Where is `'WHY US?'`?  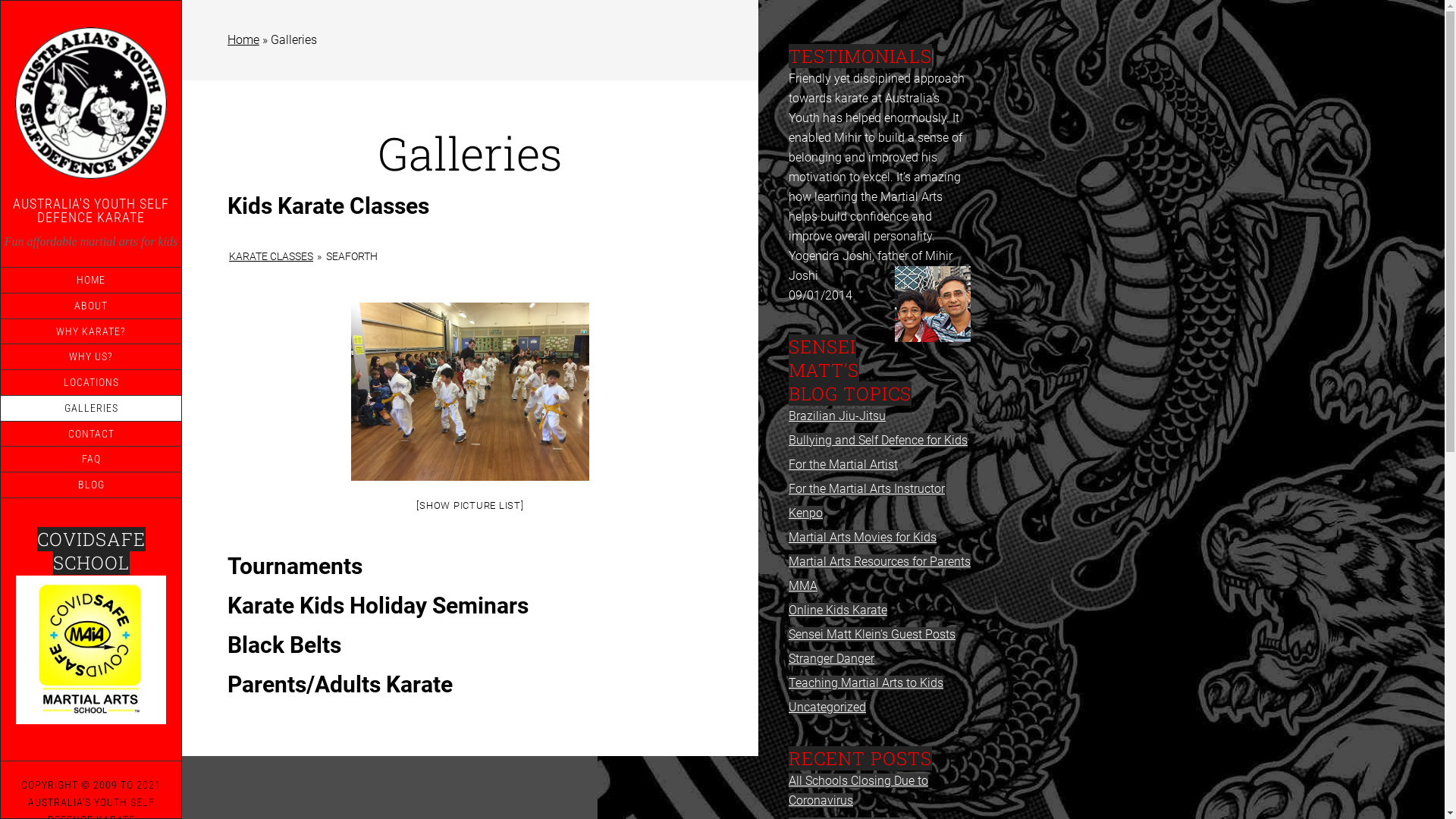 'WHY US?' is located at coordinates (0, 356).